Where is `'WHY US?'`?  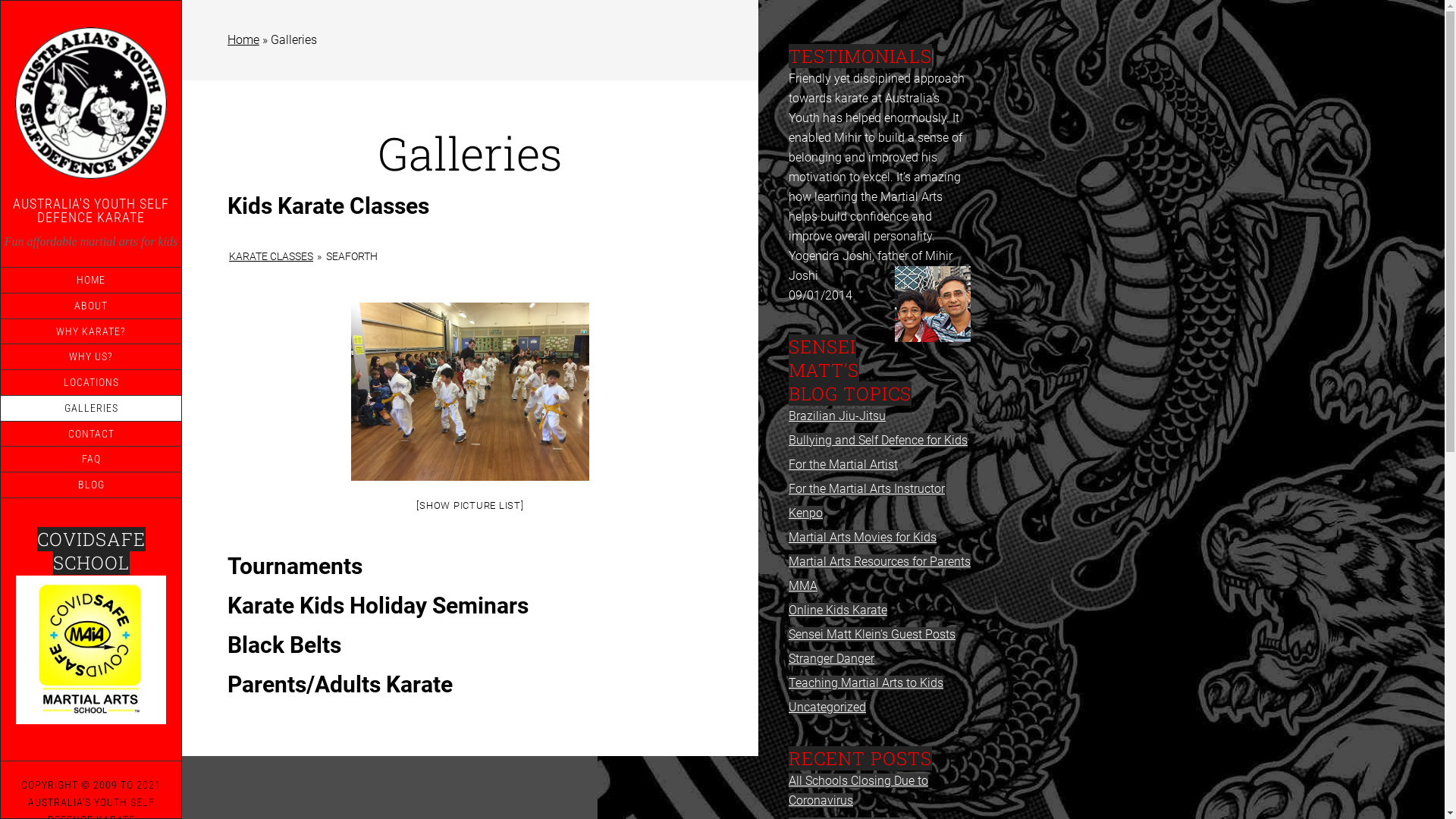 'WHY US?' is located at coordinates (0, 356).